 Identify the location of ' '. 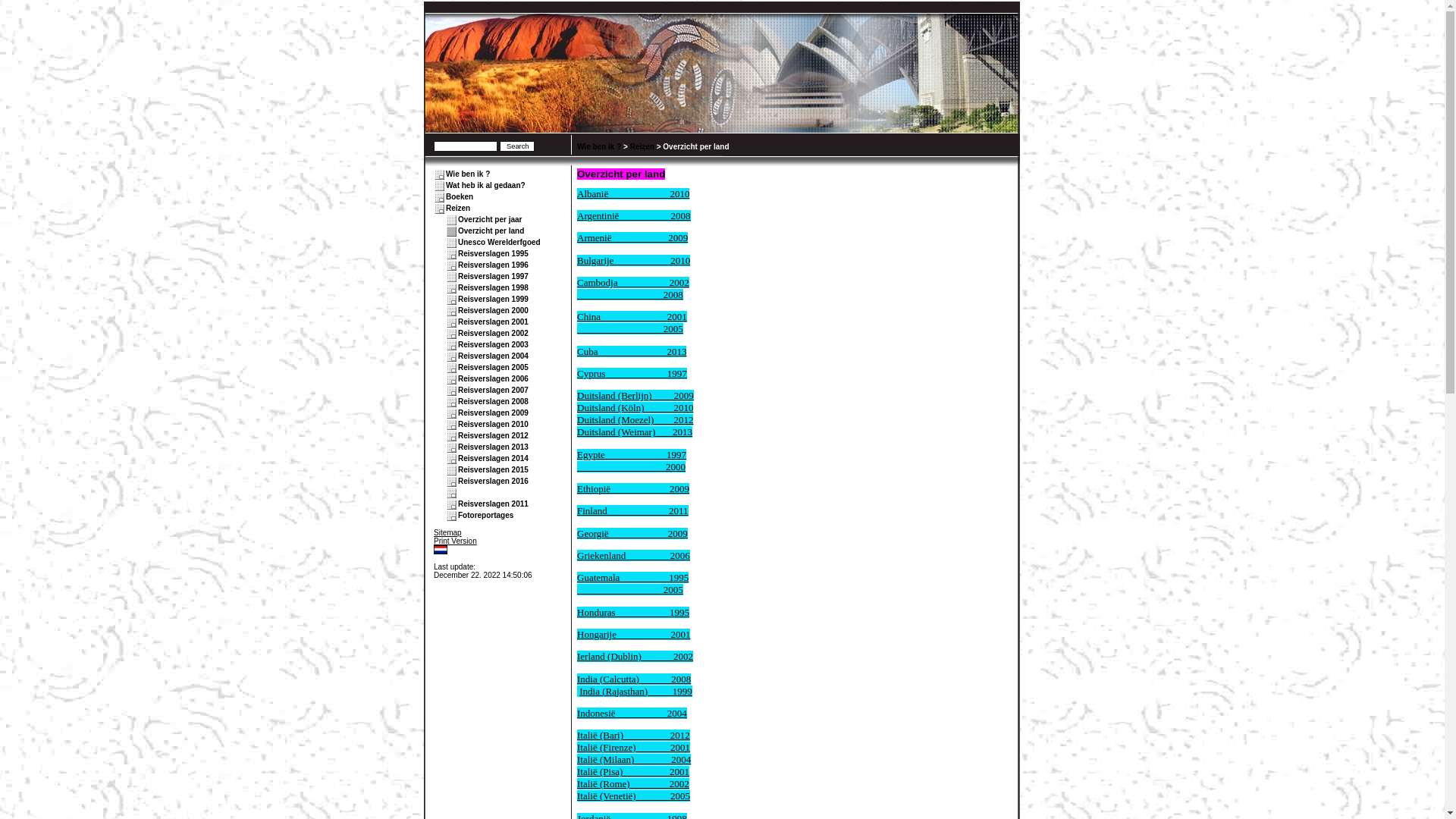
(458, 492).